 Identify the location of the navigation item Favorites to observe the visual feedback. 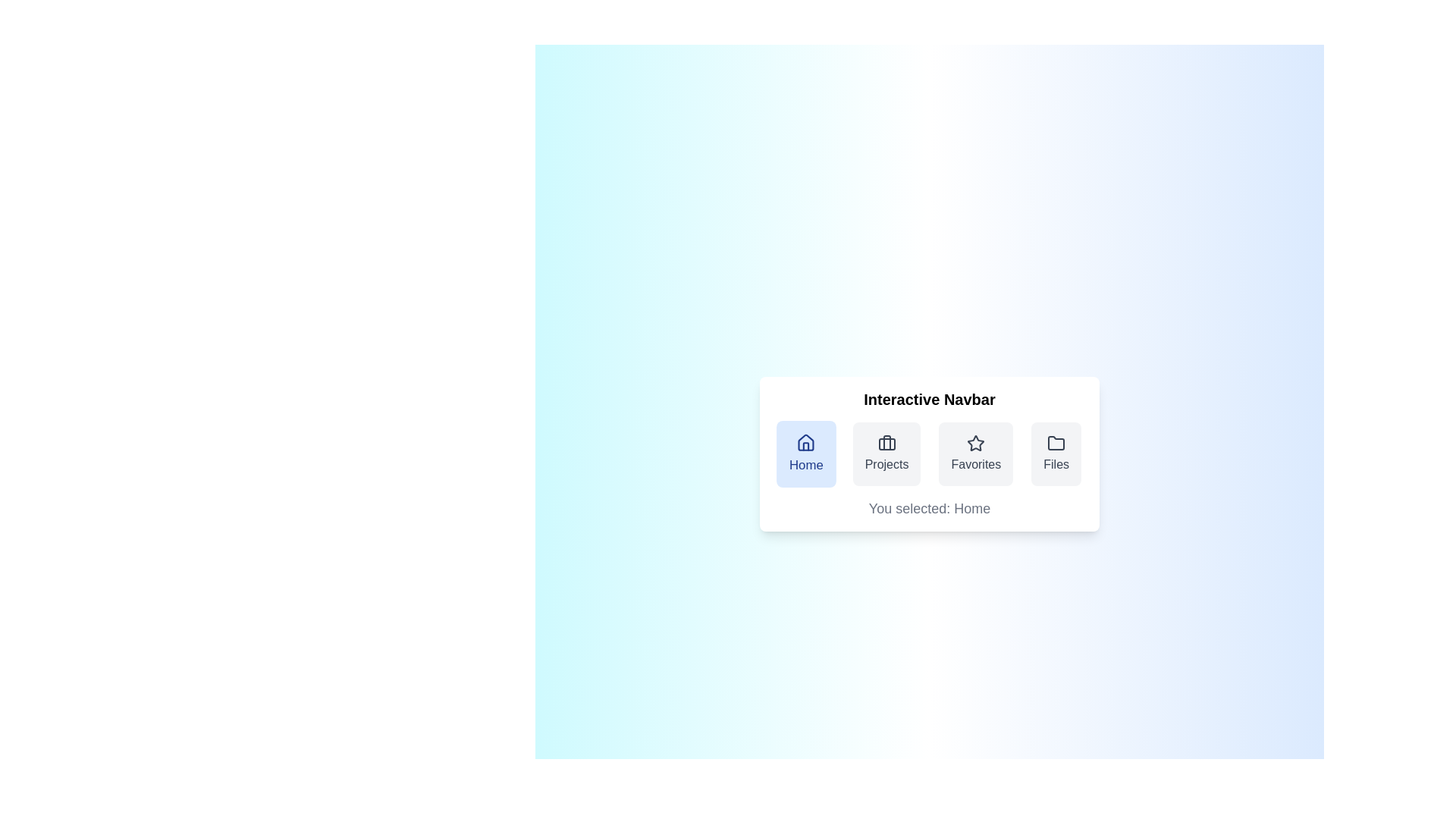
(976, 453).